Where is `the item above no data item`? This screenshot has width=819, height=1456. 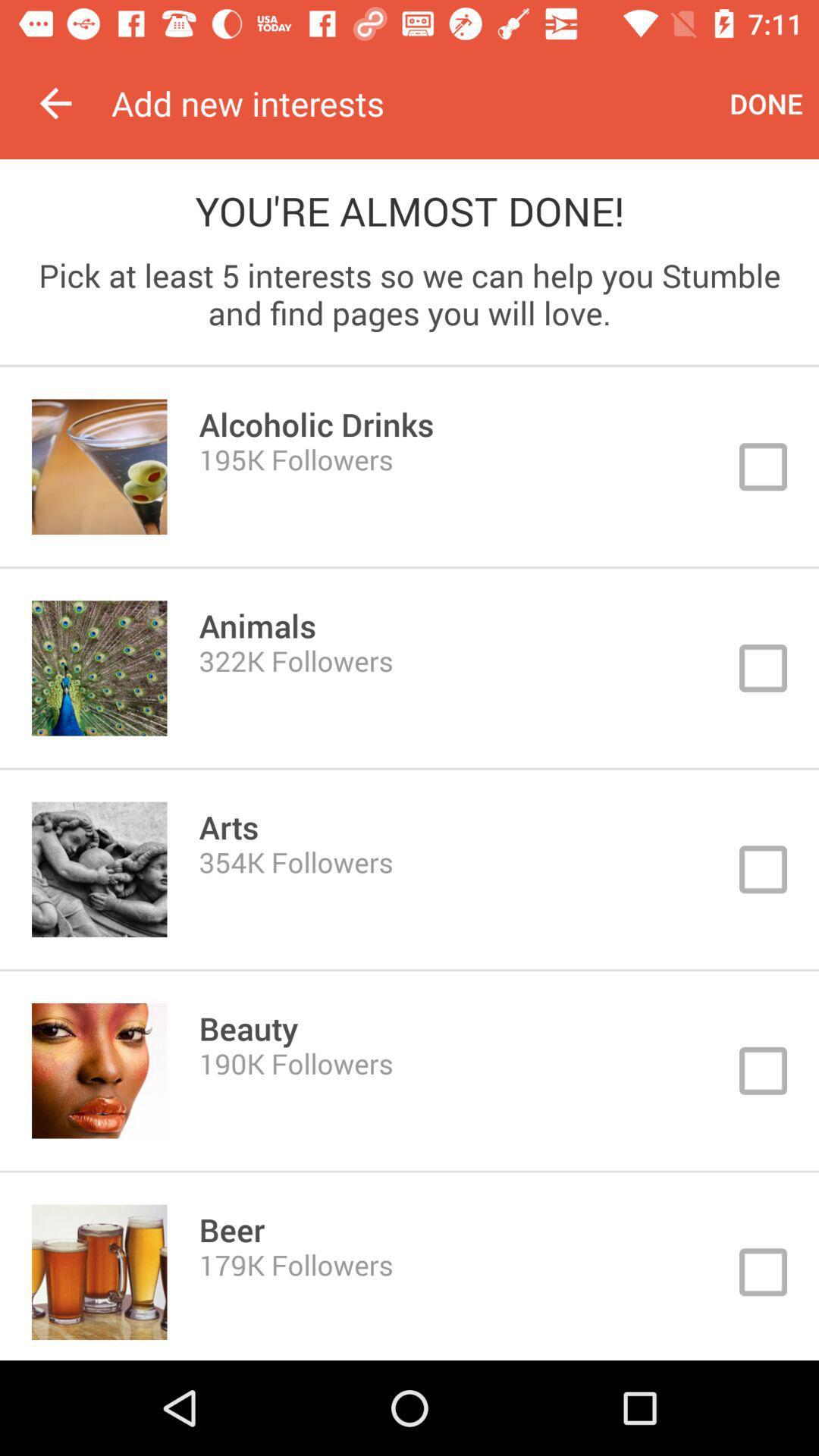 the item above no data item is located at coordinates (413, 102).